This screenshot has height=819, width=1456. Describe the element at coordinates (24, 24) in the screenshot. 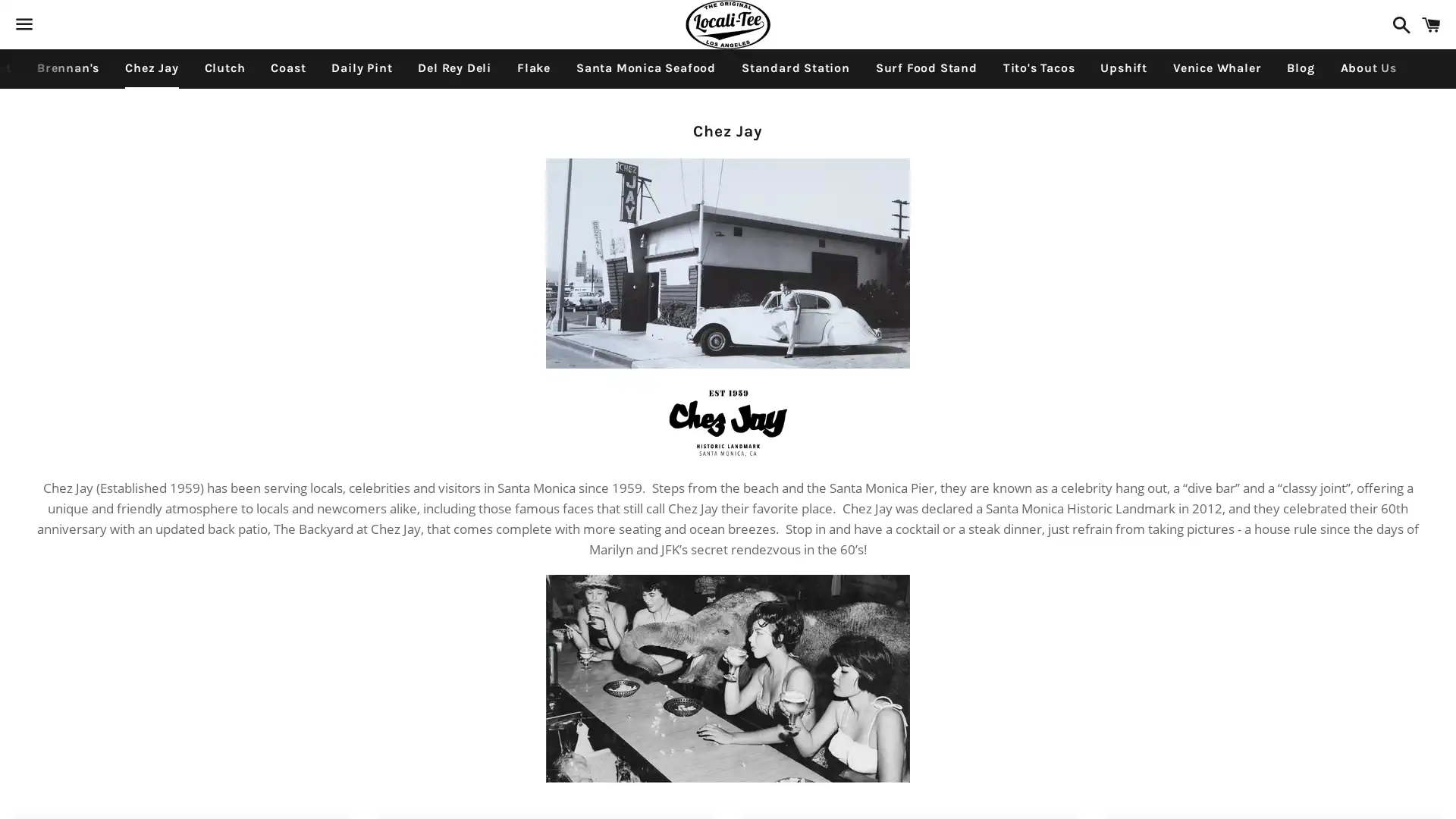

I see `Menu` at that location.